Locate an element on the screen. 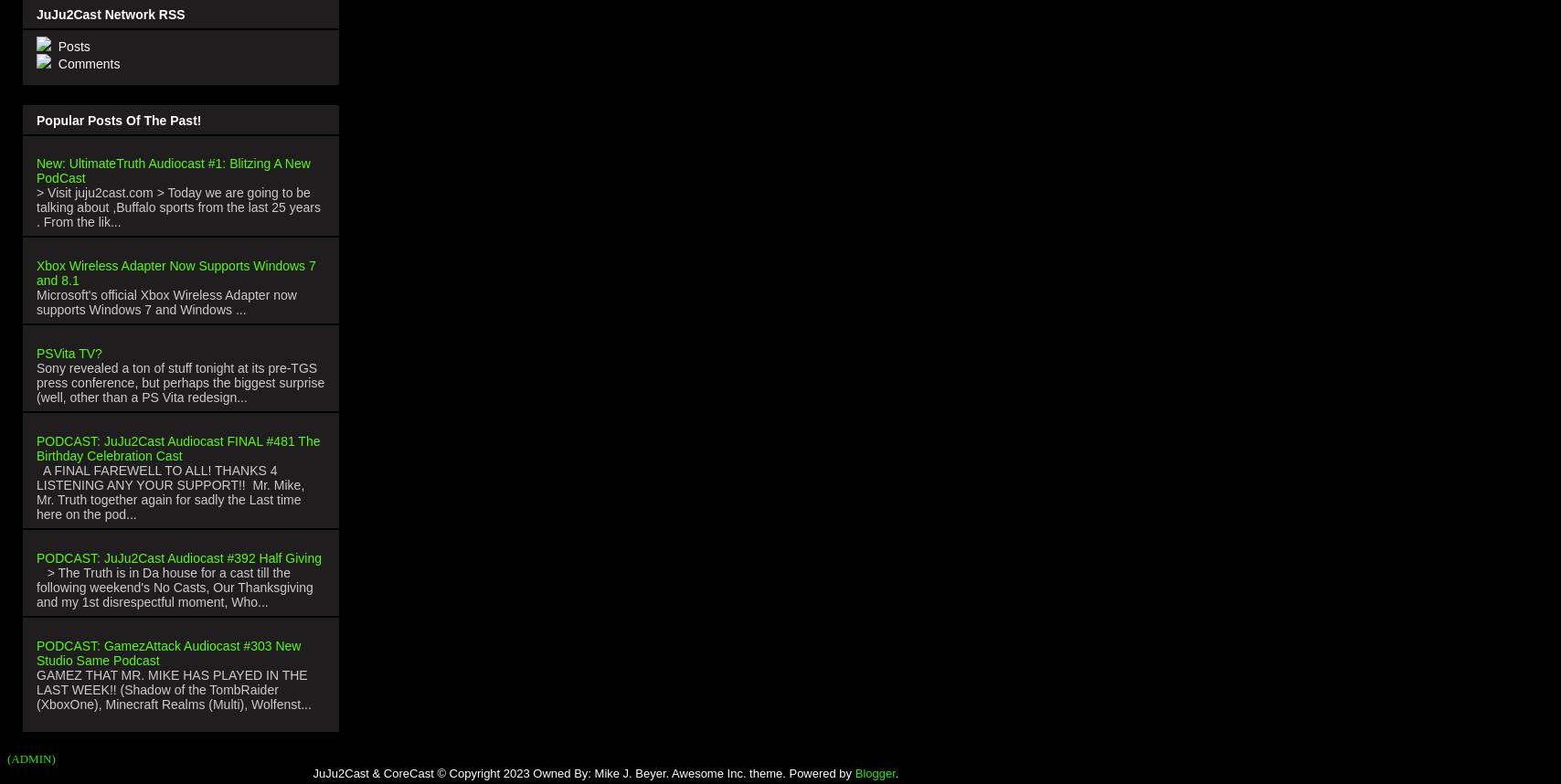  'Microsoft's official Xbox Wireless Adapter now supports Windows 7 and Windows ...' is located at coordinates (166, 300).